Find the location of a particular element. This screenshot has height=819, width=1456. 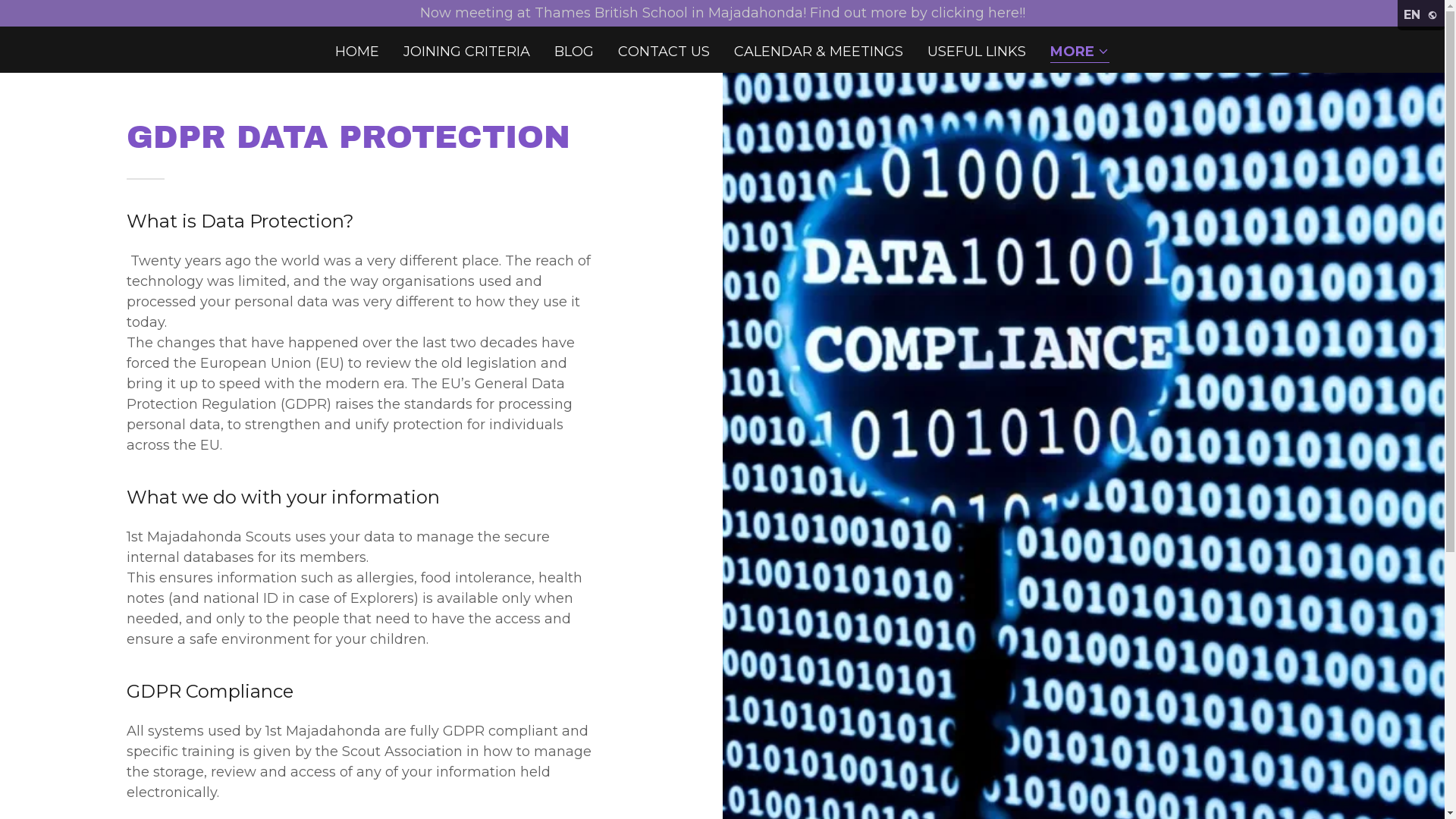

'JOINING CRITERIA' is located at coordinates (466, 51).